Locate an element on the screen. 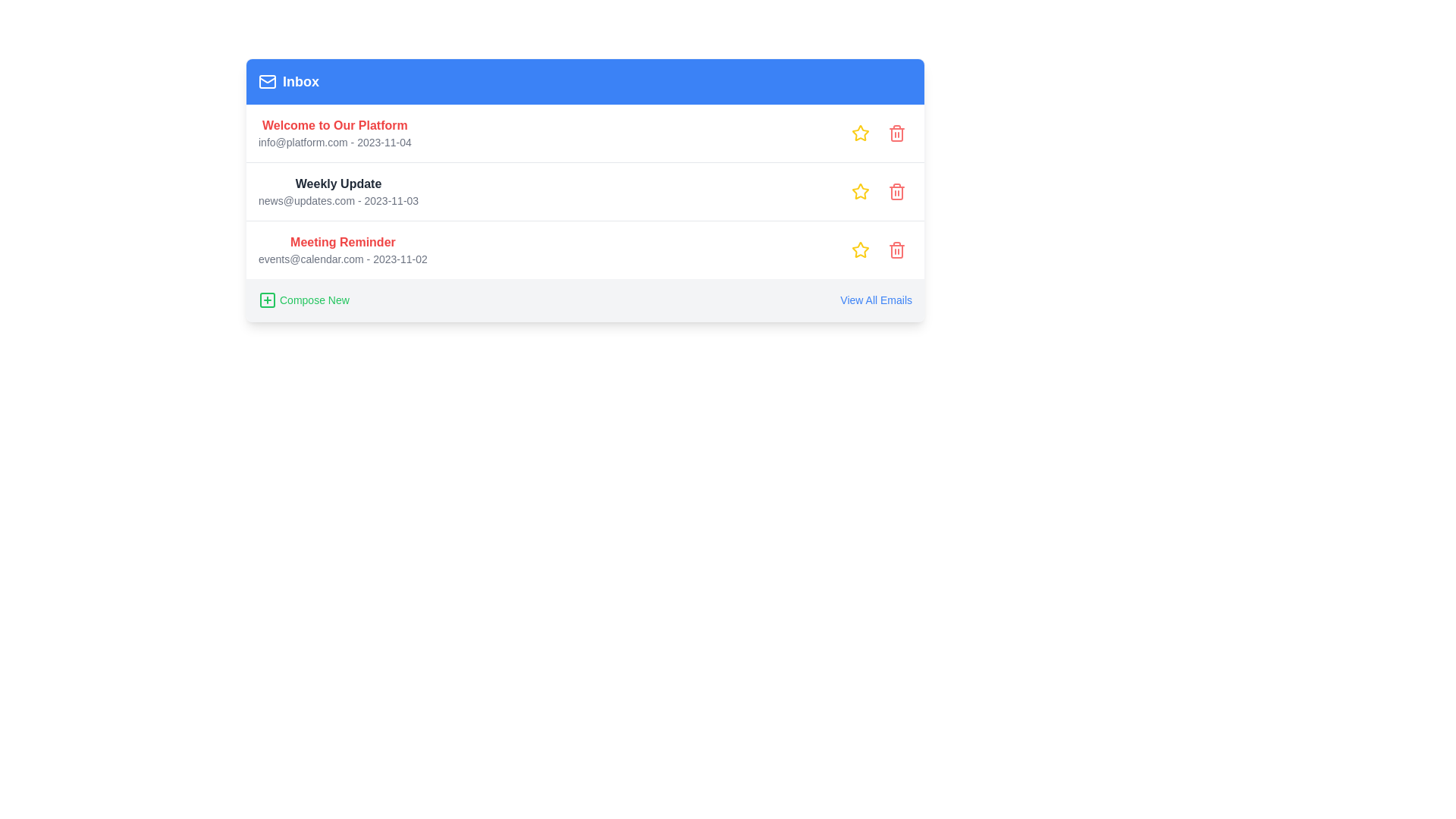  the yellow star-shaped interactive icon is located at coordinates (860, 191).